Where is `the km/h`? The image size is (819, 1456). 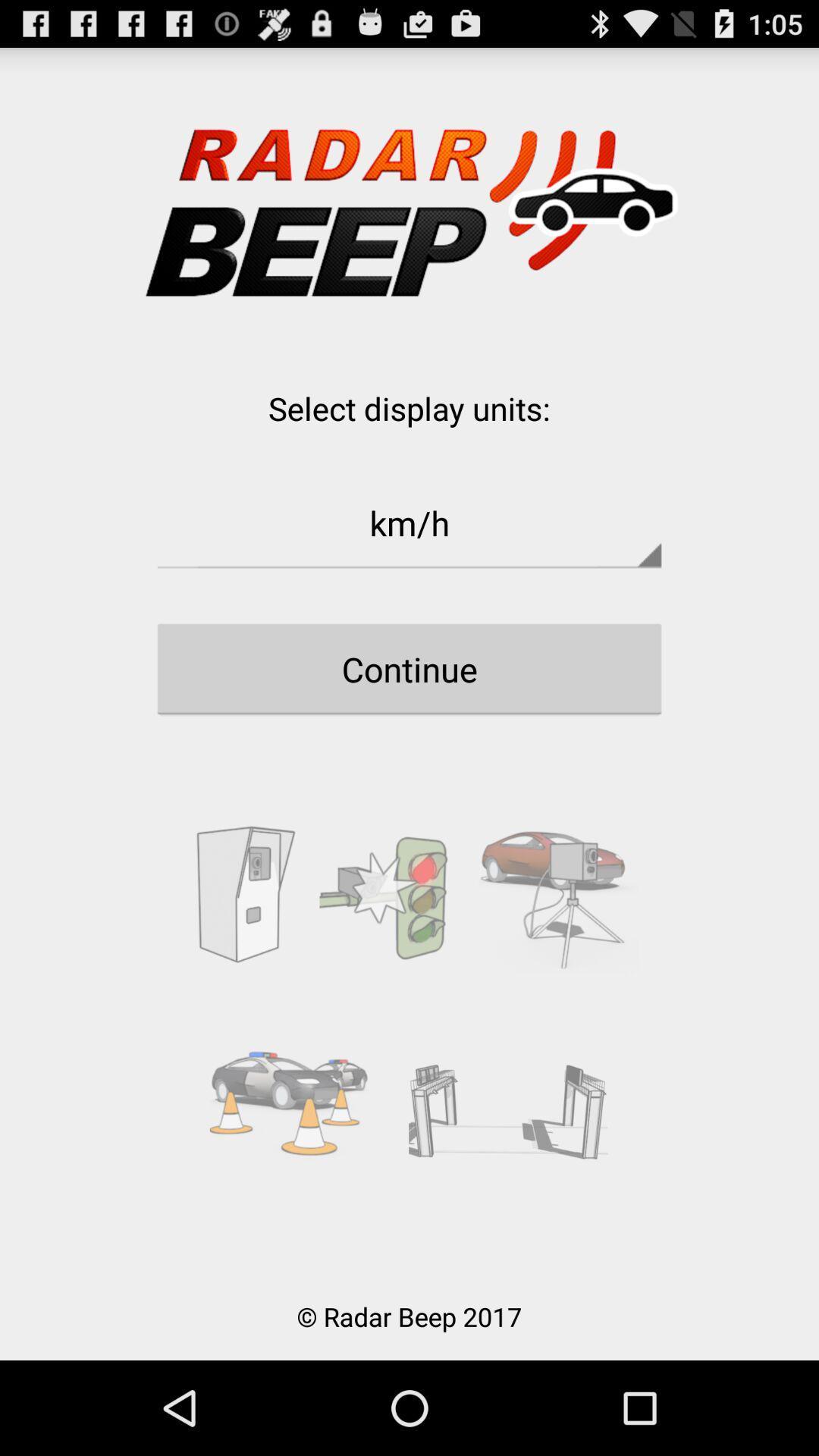
the km/h is located at coordinates (409, 522).